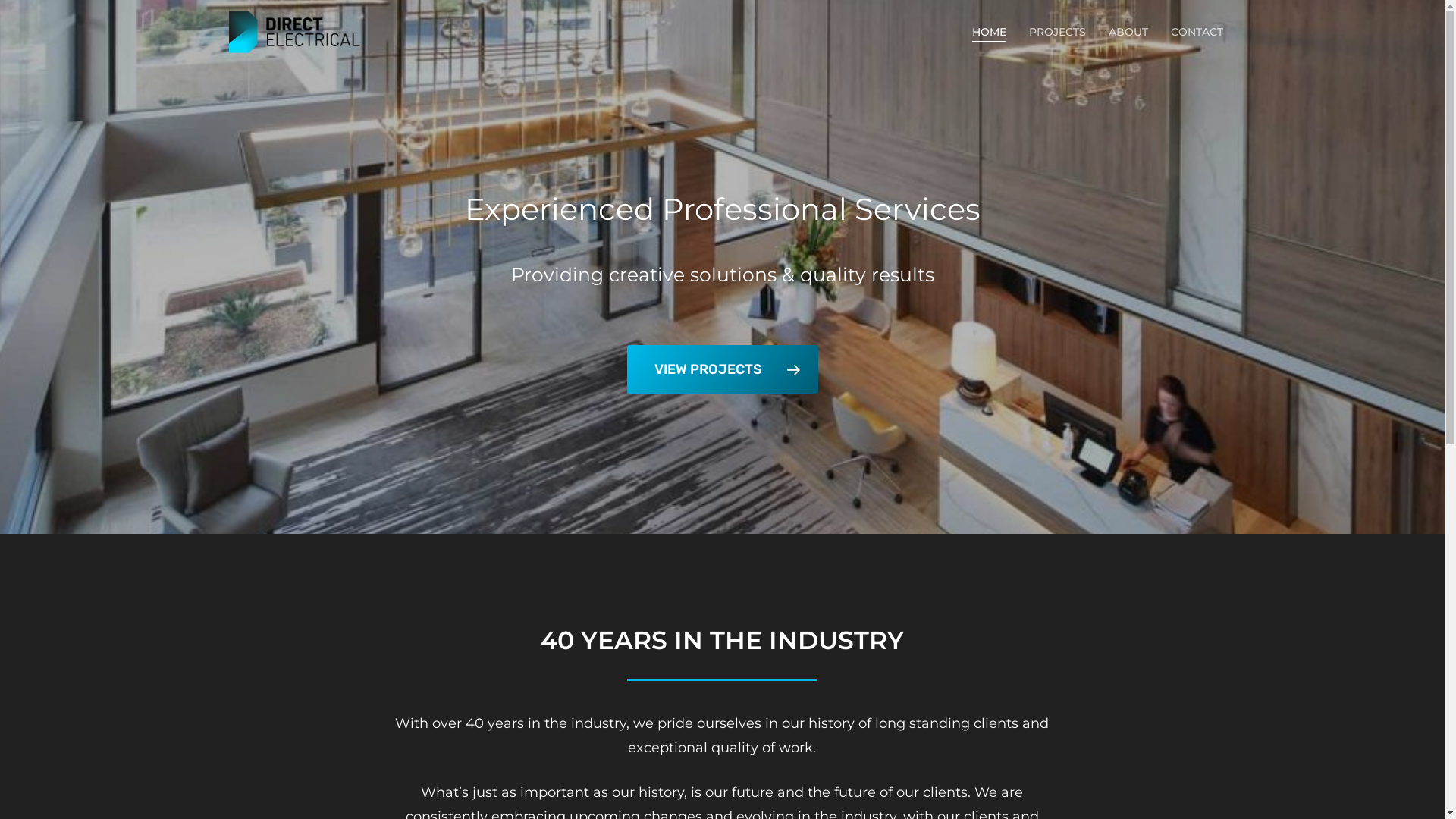  Describe the element at coordinates (1128, 32) in the screenshot. I see `'ABOUT'` at that location.